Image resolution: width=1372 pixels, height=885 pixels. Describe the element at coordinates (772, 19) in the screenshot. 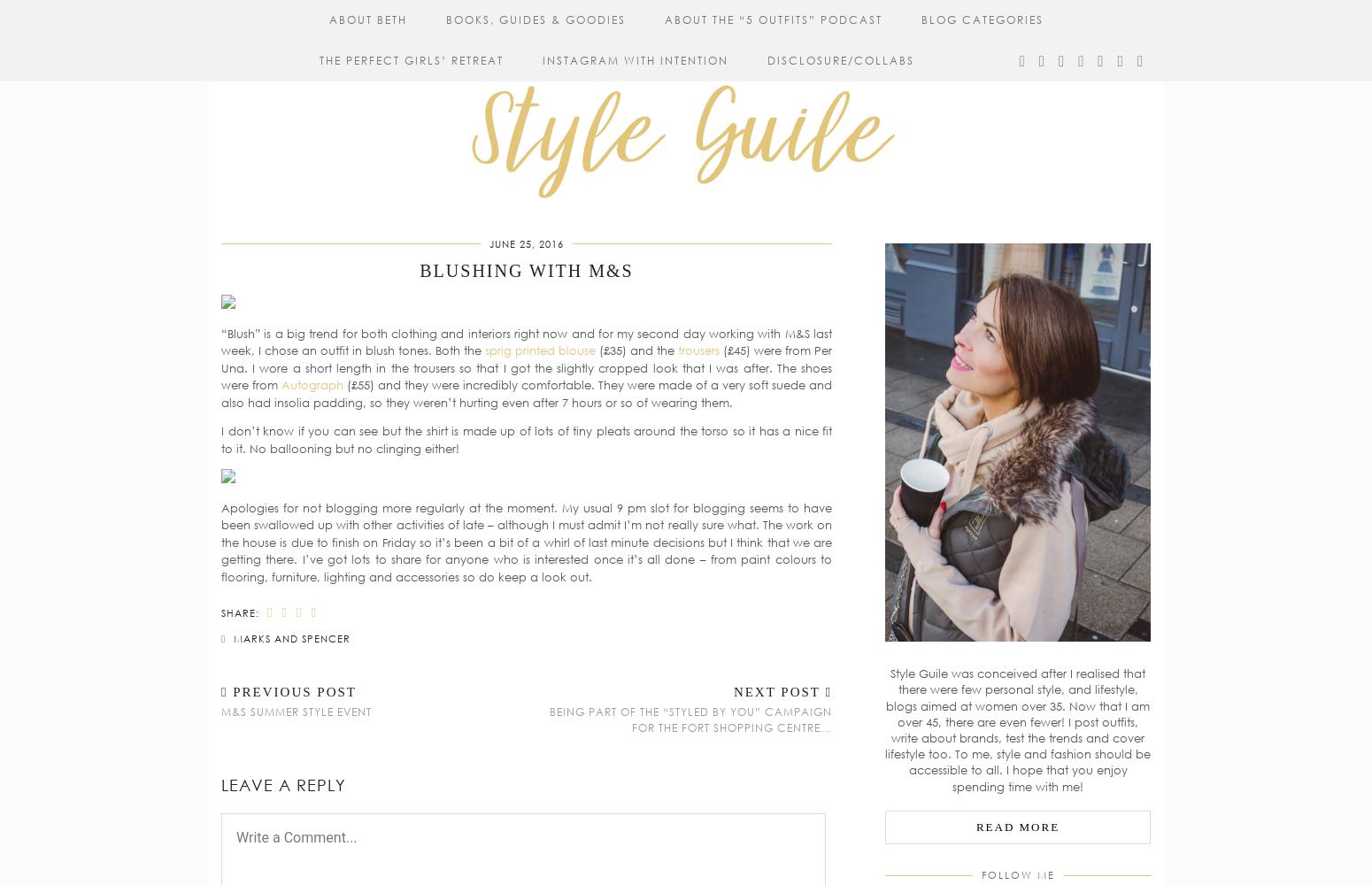

I see `'About The “5 Outfits” Podcast'` at that location.